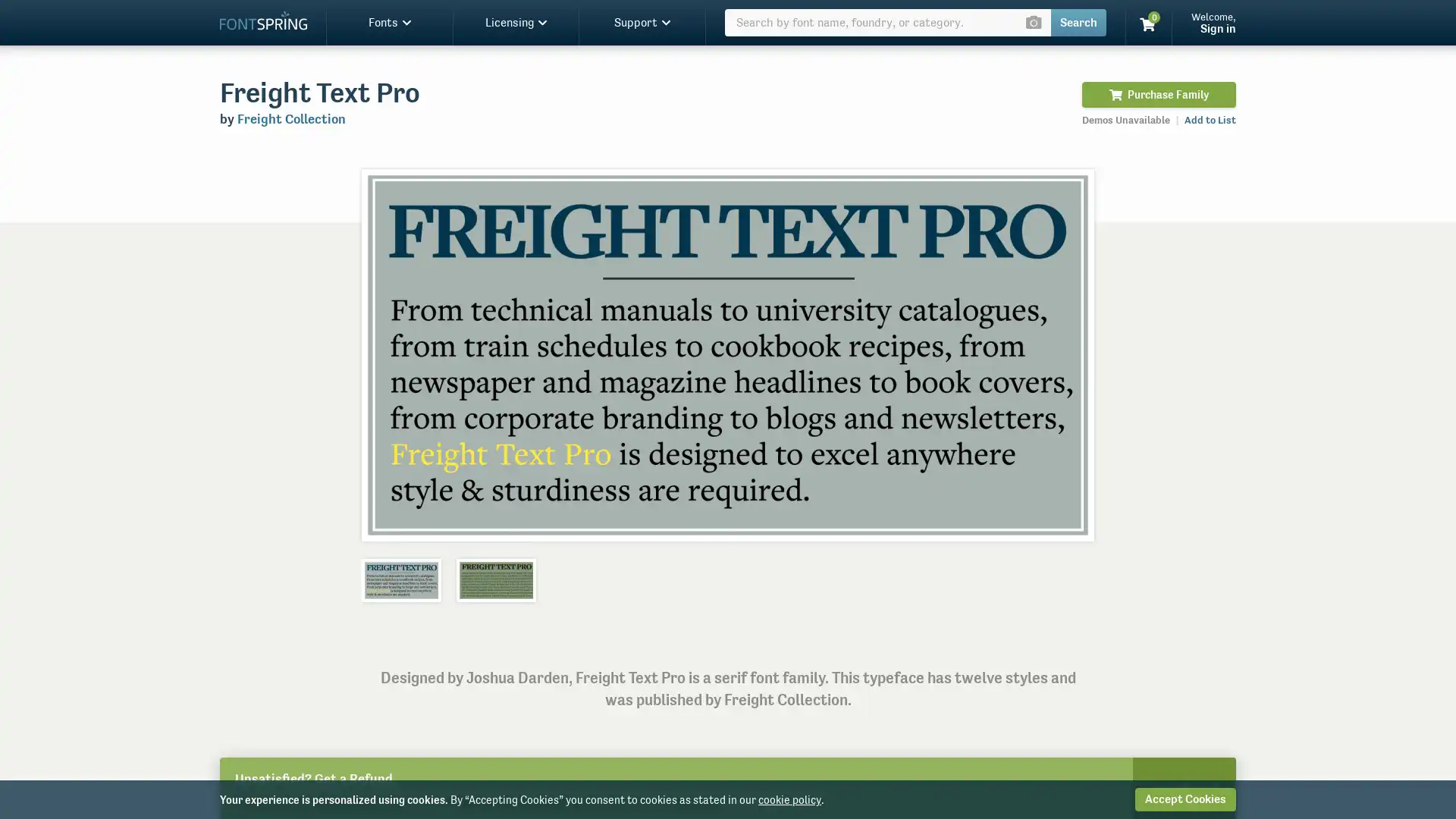  What do you see at coordinates (1210, 119) in the screenshot?
I see `Add to List` at bounding box center [1210, 119].